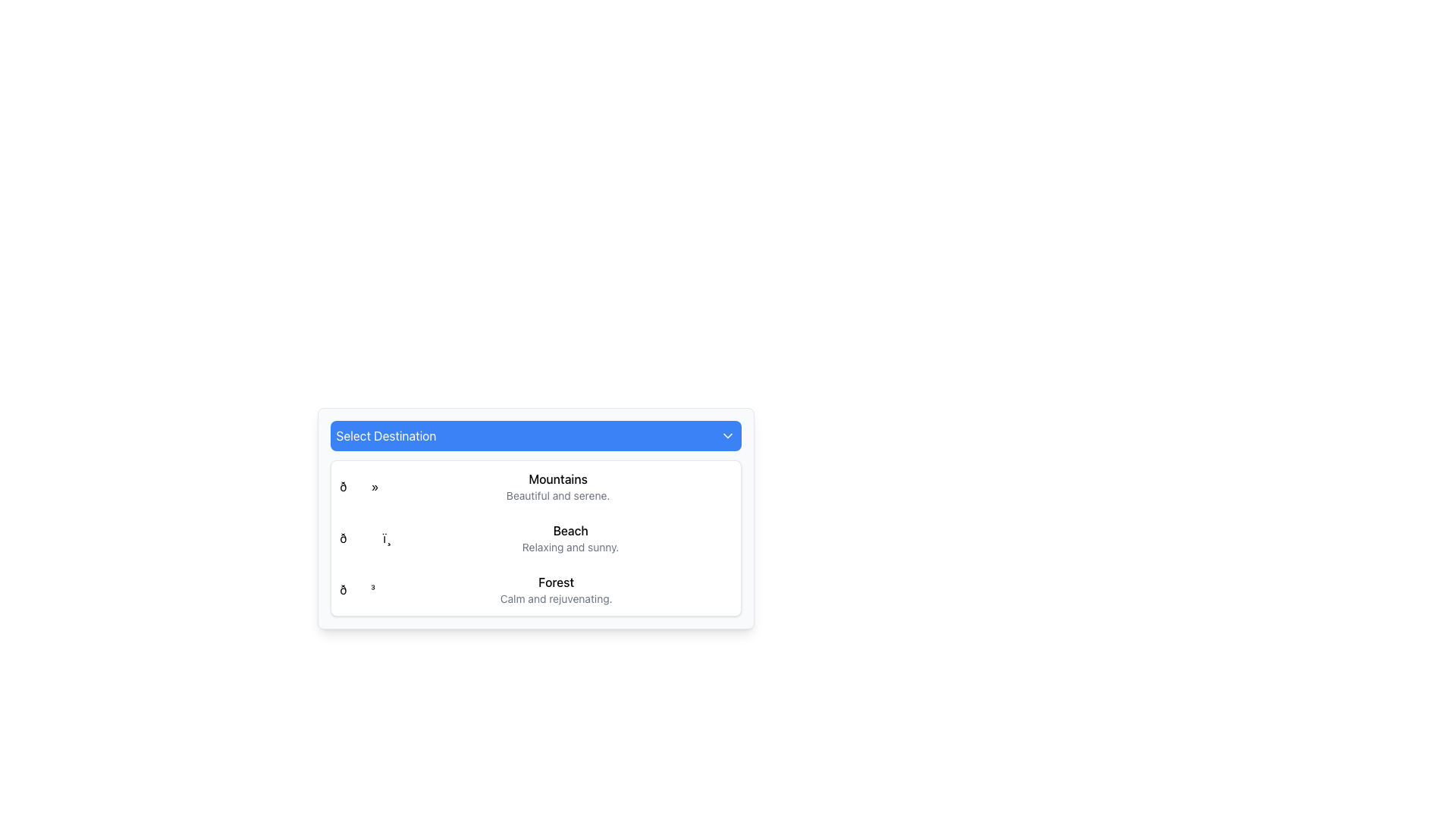 This screenshot has width=1456, height=819. Describe the element at coordinates (570, 547) in the screenshot. I see `descriptive detail about the 'Beach' option located in the dropdown menu, positioned below the 'Beach' label and above the 'Forest' item` at that location.